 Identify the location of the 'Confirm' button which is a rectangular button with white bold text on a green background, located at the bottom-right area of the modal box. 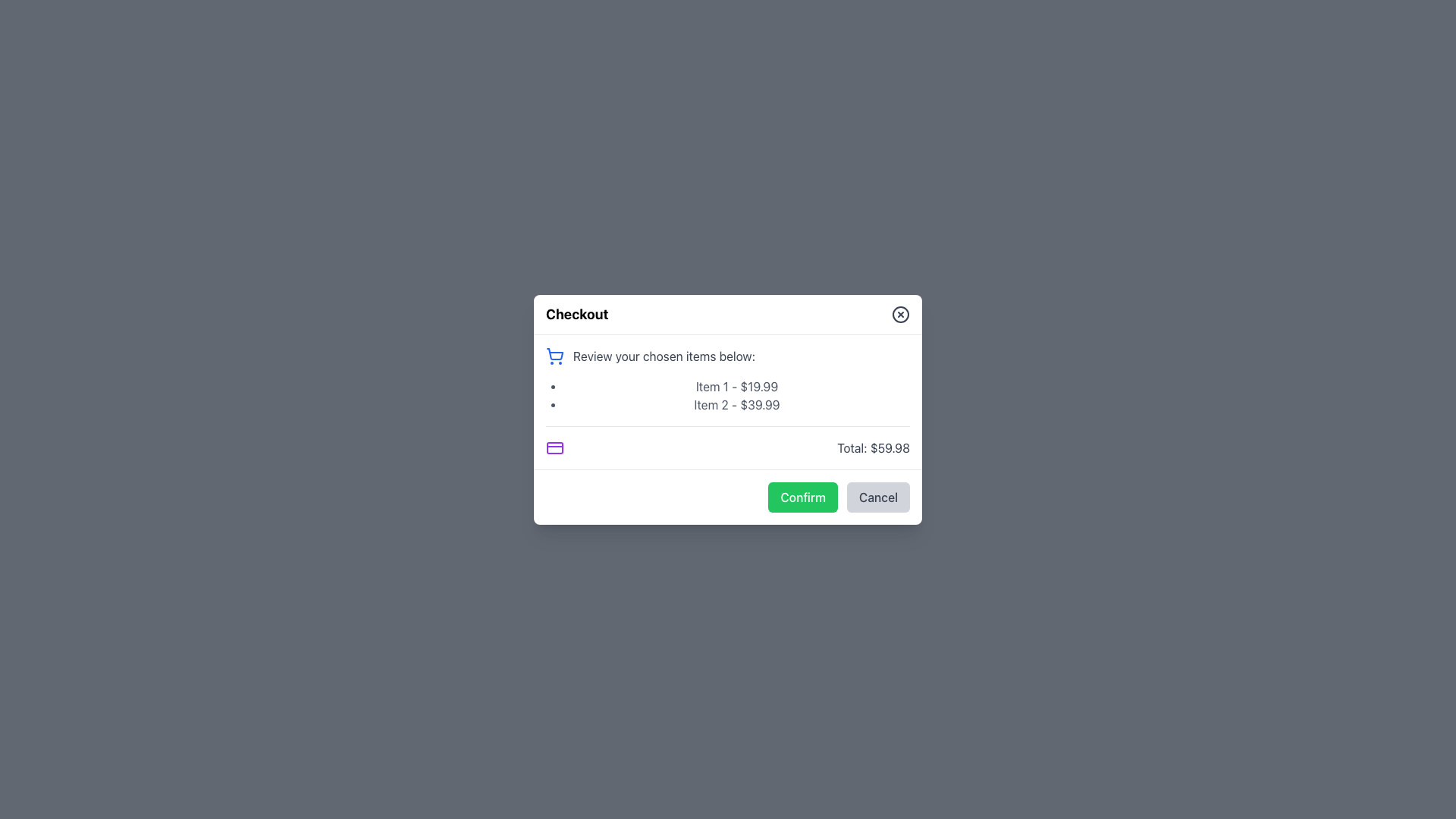
(802, 497).